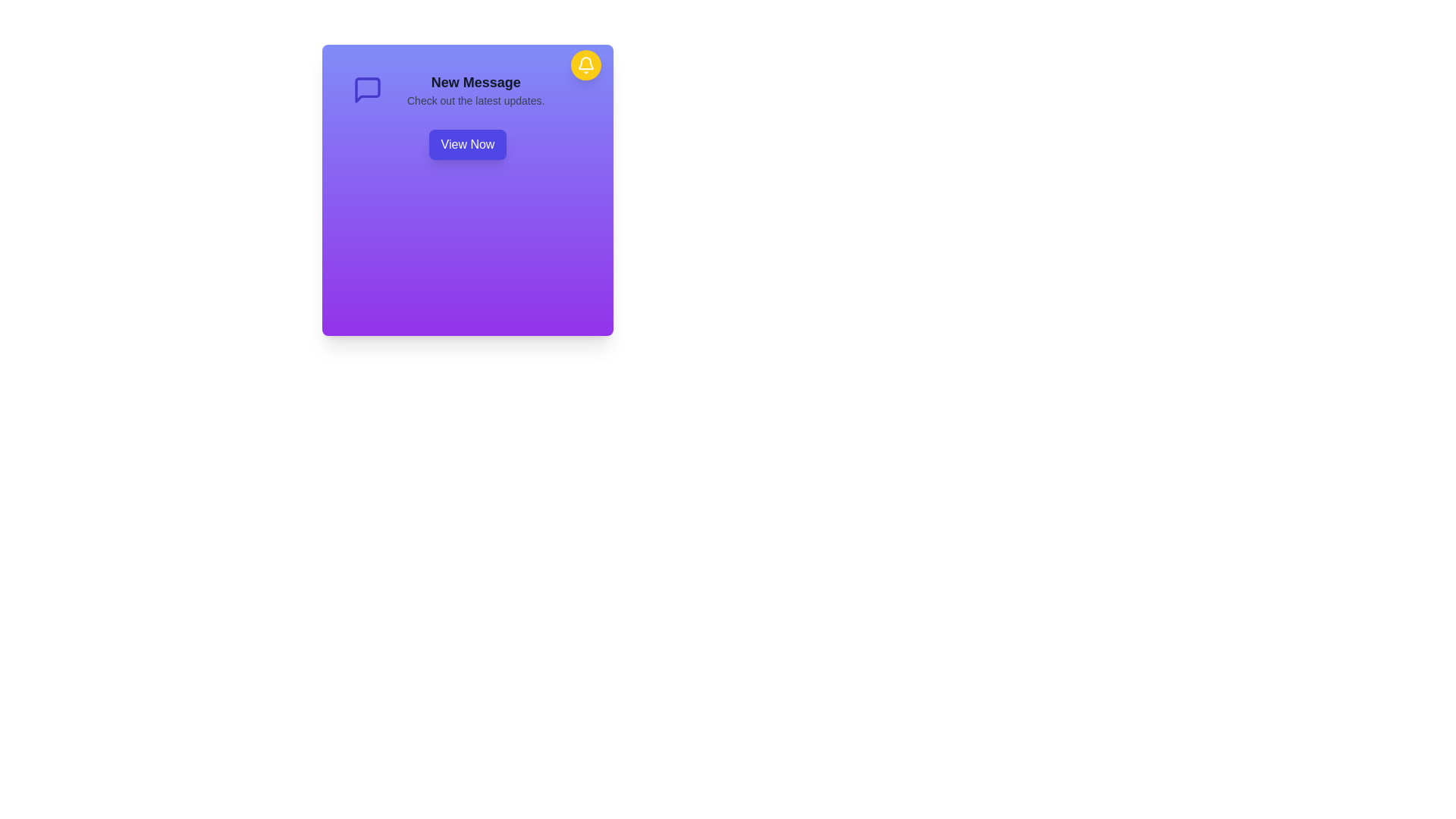  Describe the element at coordinates (585, 67) in the screenshot. I see `the bell icon within the notification card, which is styled with a yellow circle background and located in the upper-right corner of the card` at that location.